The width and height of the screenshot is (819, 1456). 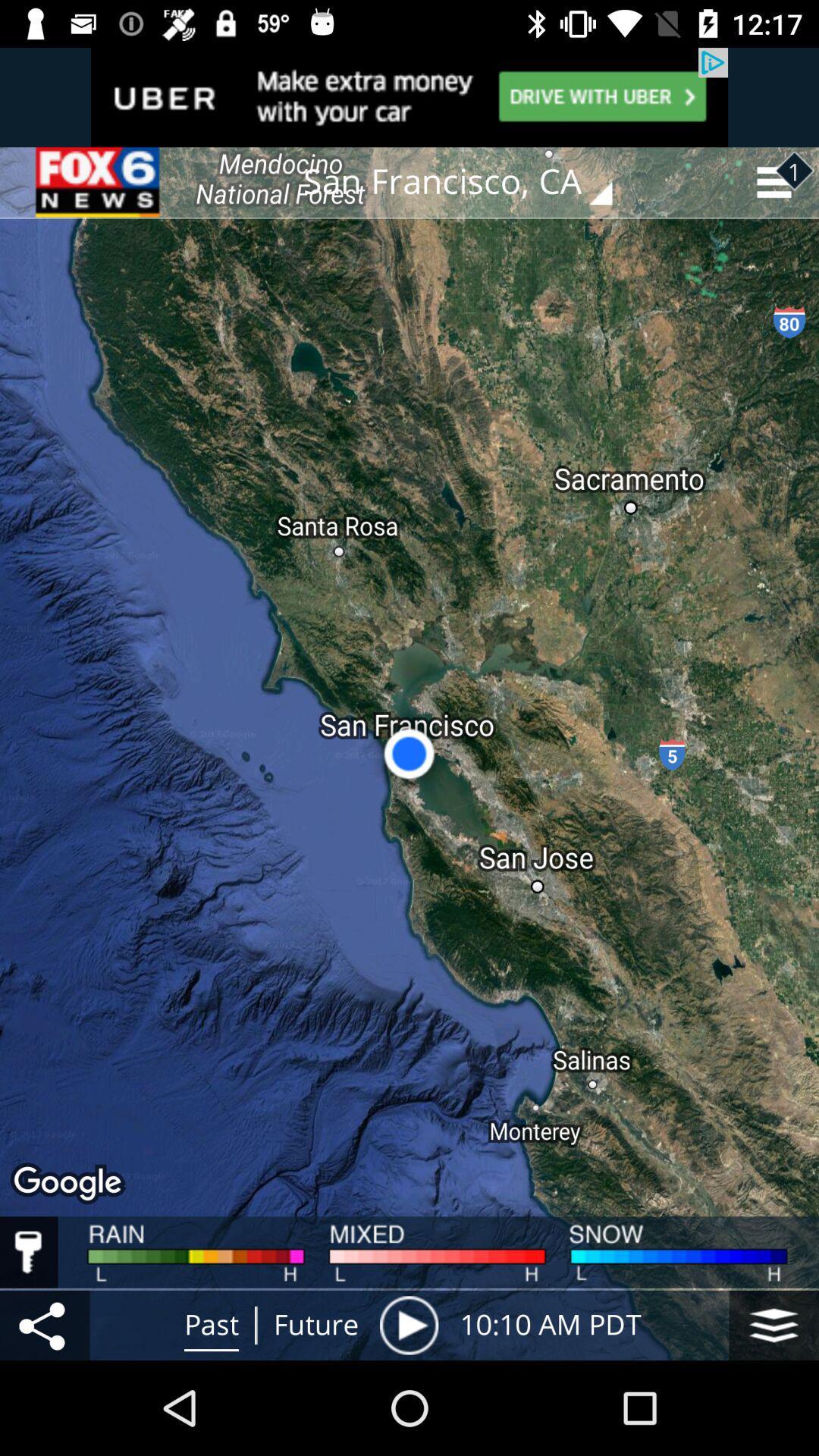 I want to click on icon next to the 10 10 am, so click(x=408, y=1324).